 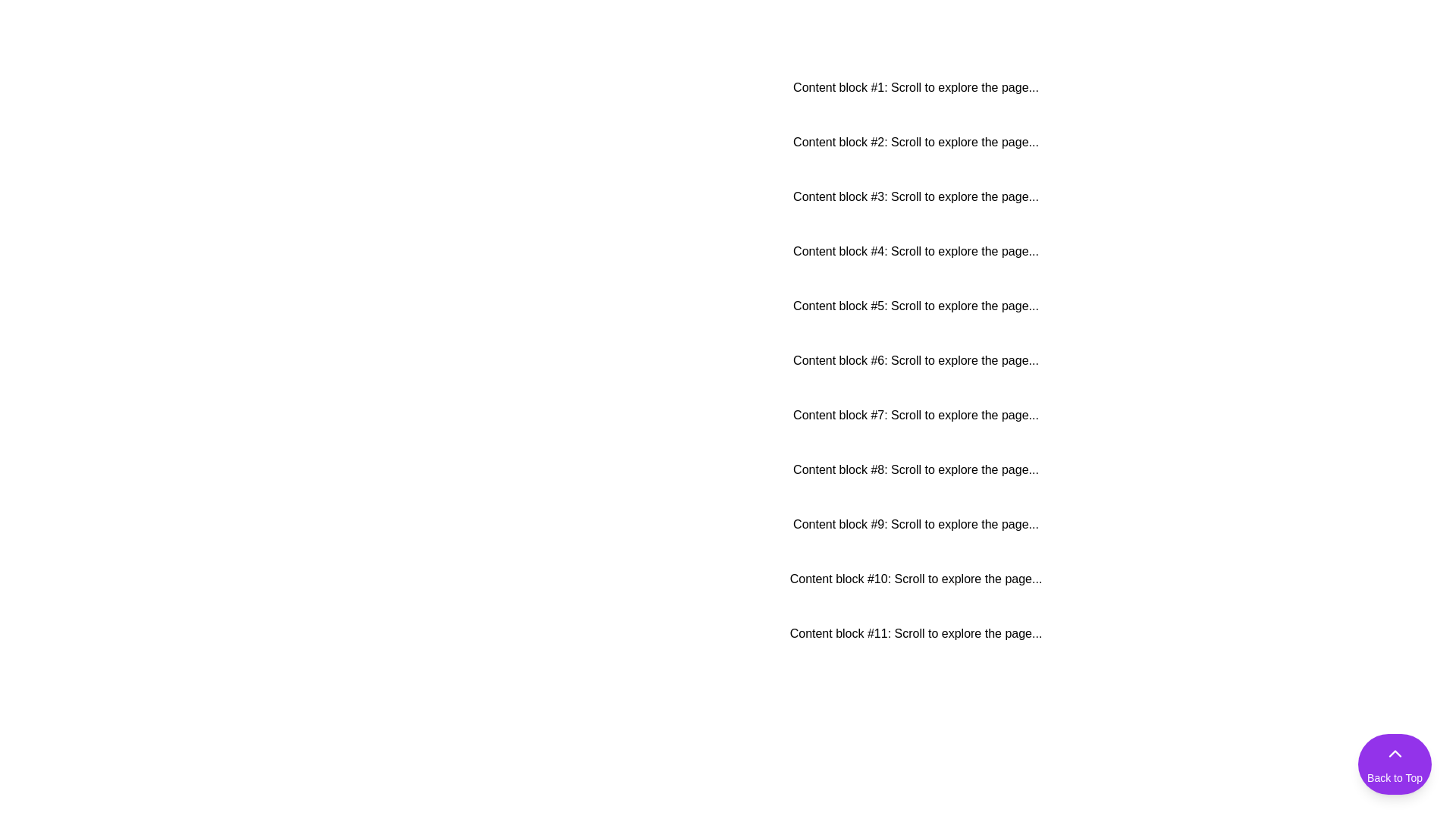 What do you see at coordinates (915, 523) in the screenshot?
I see `the text content block that reads 'Content block #9: Scroll` at bounding box center [915, 523].